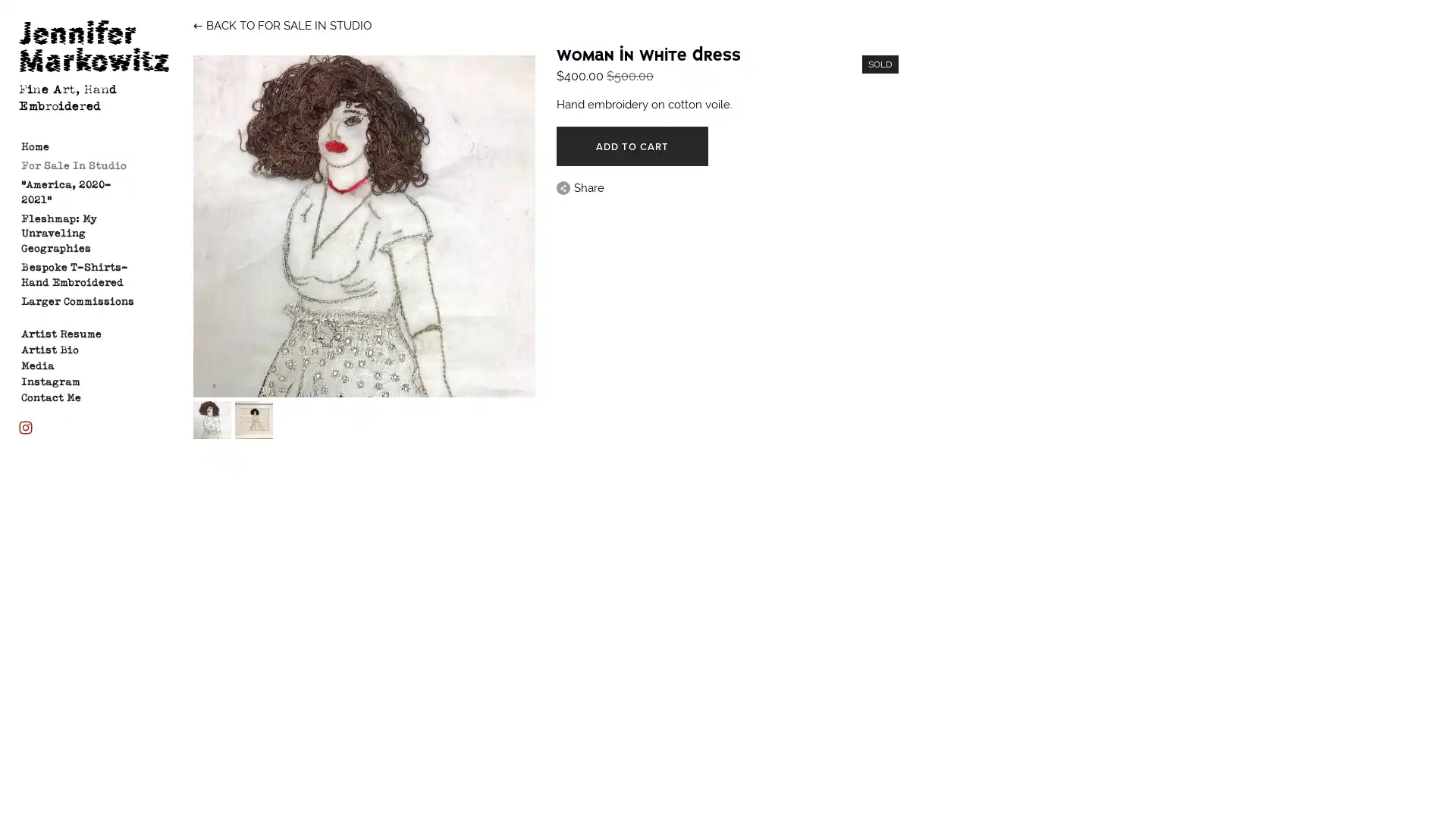  What do you see at coordinates (632, 146) in the screenshot?
I see `ADD TO CART` at bounding box center [632, 146].